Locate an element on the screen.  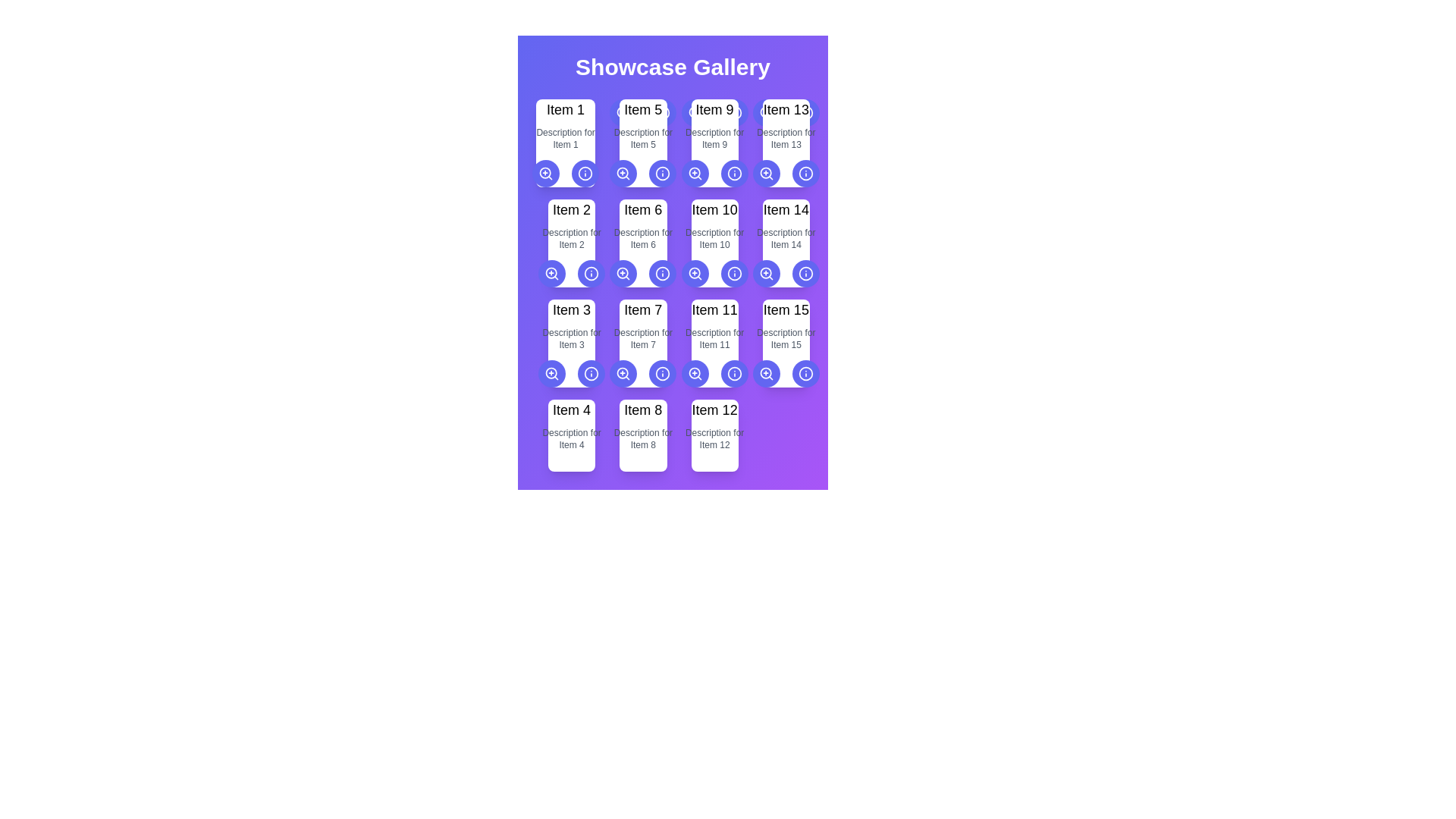
the circular blue button styled with a white border and an information icon, which serves as the info button for 'Item 6', to change its color to purple is located at coordinates (591, 274).